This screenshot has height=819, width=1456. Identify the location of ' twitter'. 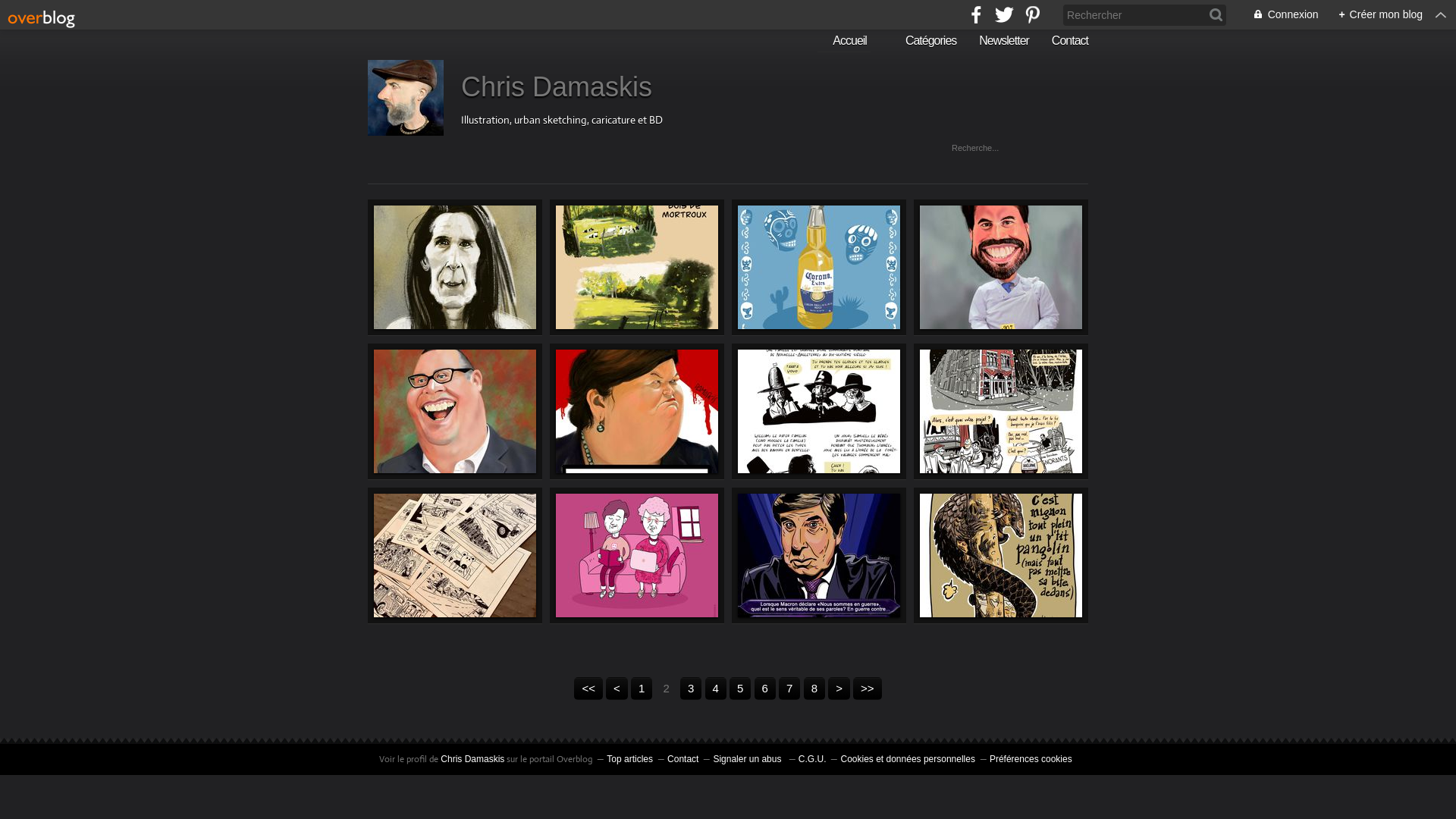
(1004, 14).